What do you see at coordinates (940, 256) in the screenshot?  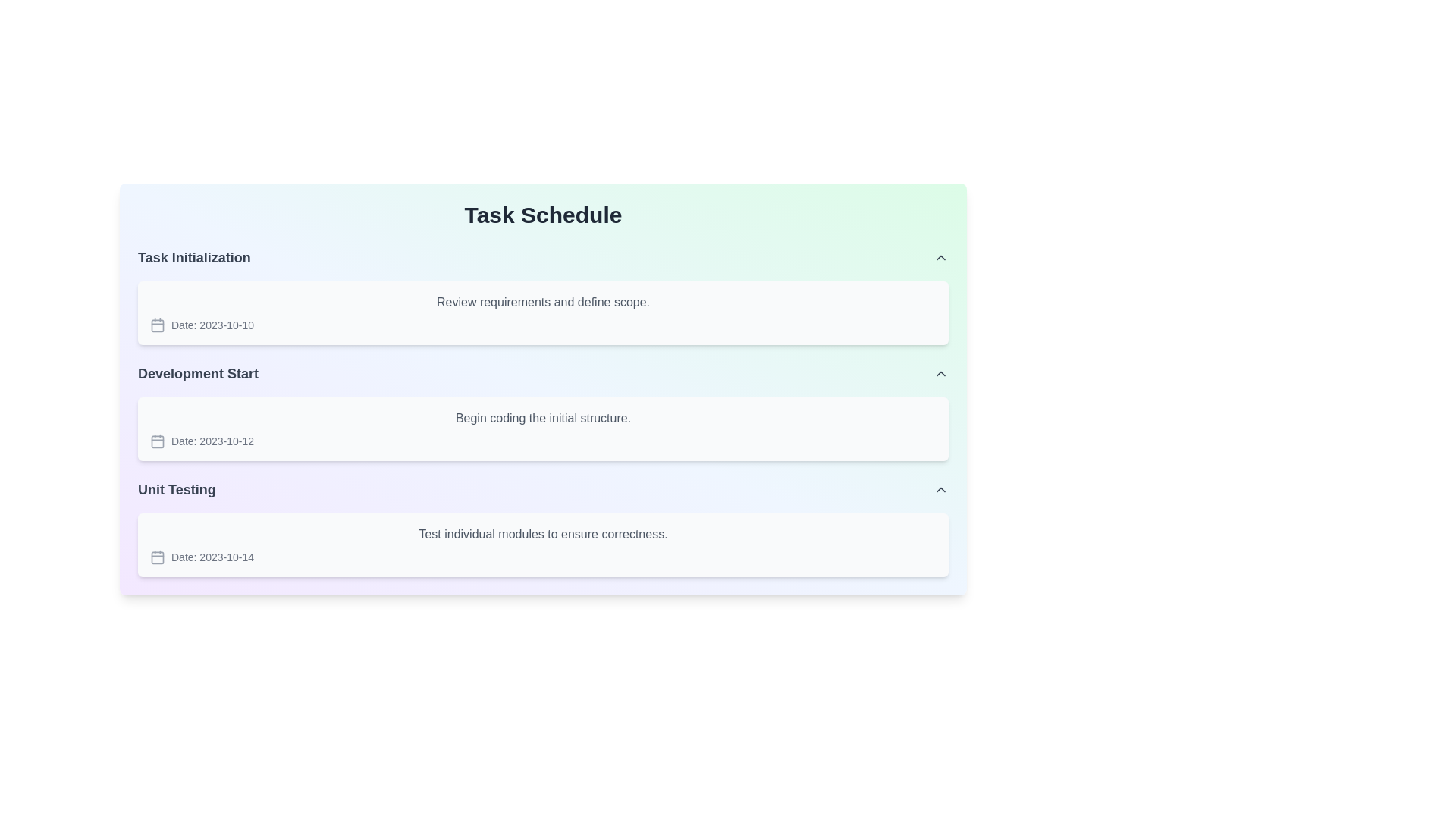 I see `the button with an upward chevron design located at the far-right side of the 'Task Initialization' section` at bounding box center [940, 256].